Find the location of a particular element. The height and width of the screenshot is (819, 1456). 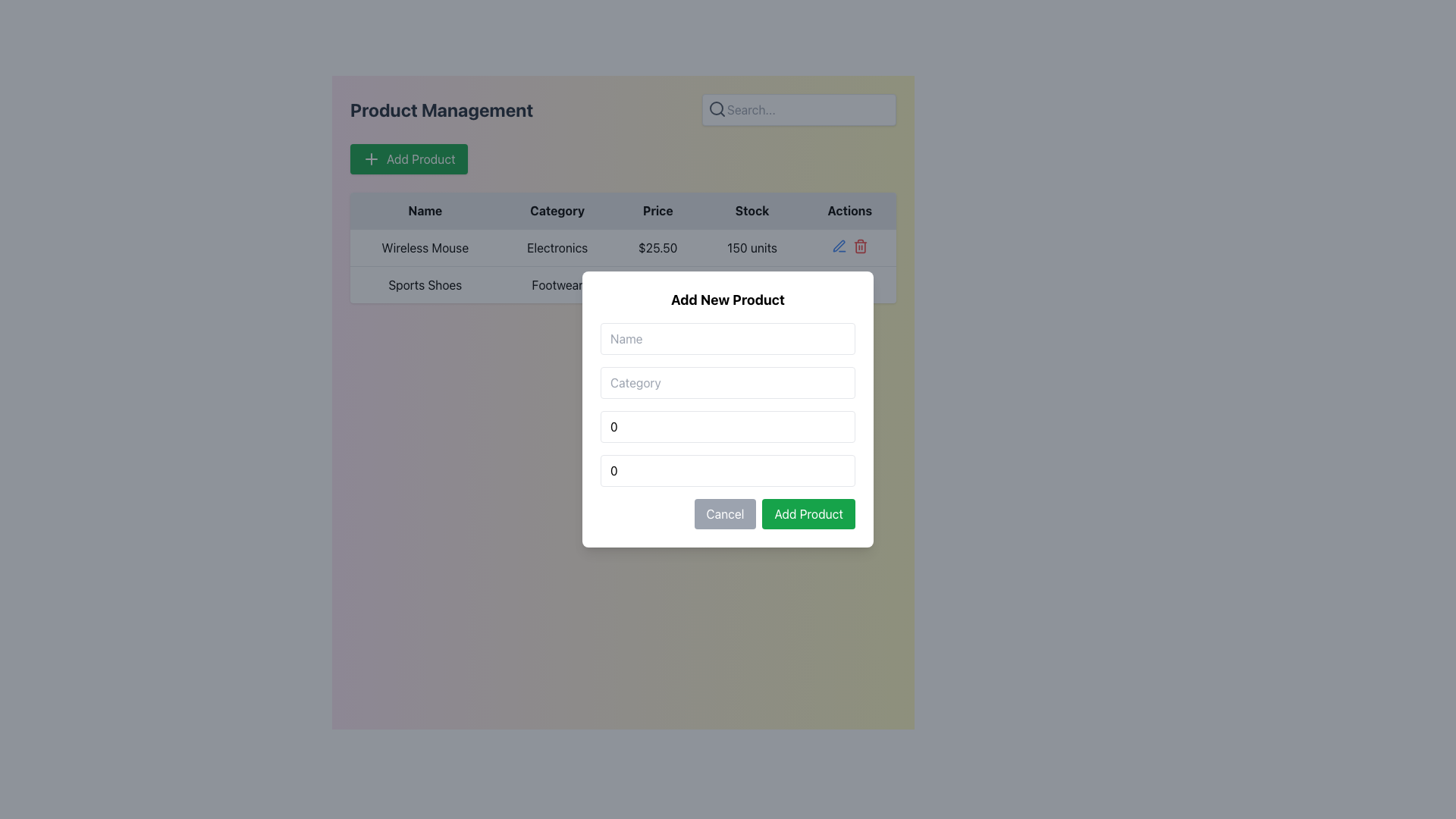

the 'Wireless Mouse' text label, which displays the product name in the leftmost column of a table entry is located at coordinates (425, 247).